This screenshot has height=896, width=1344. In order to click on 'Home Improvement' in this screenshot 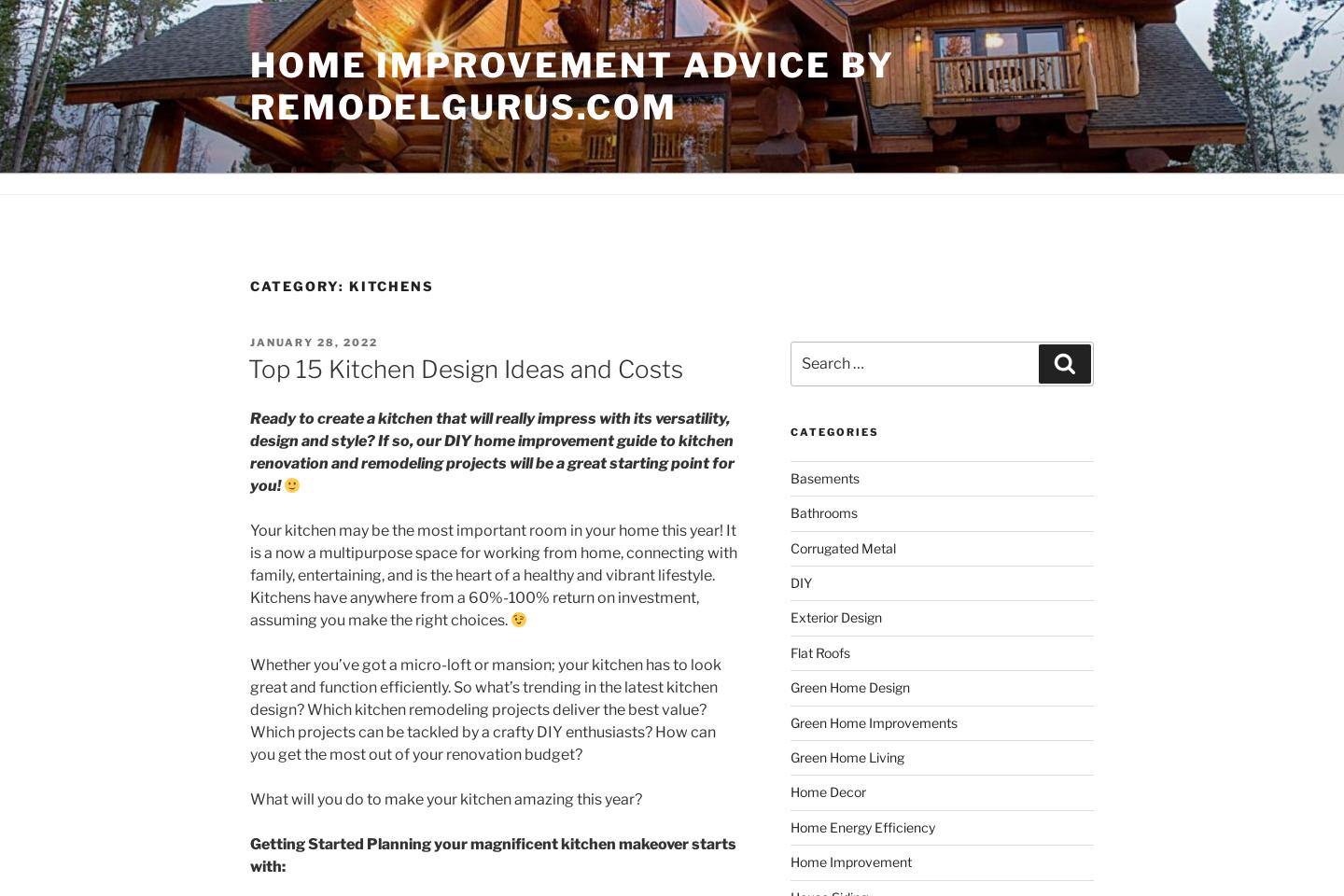, I will do `click(849, 861)`.